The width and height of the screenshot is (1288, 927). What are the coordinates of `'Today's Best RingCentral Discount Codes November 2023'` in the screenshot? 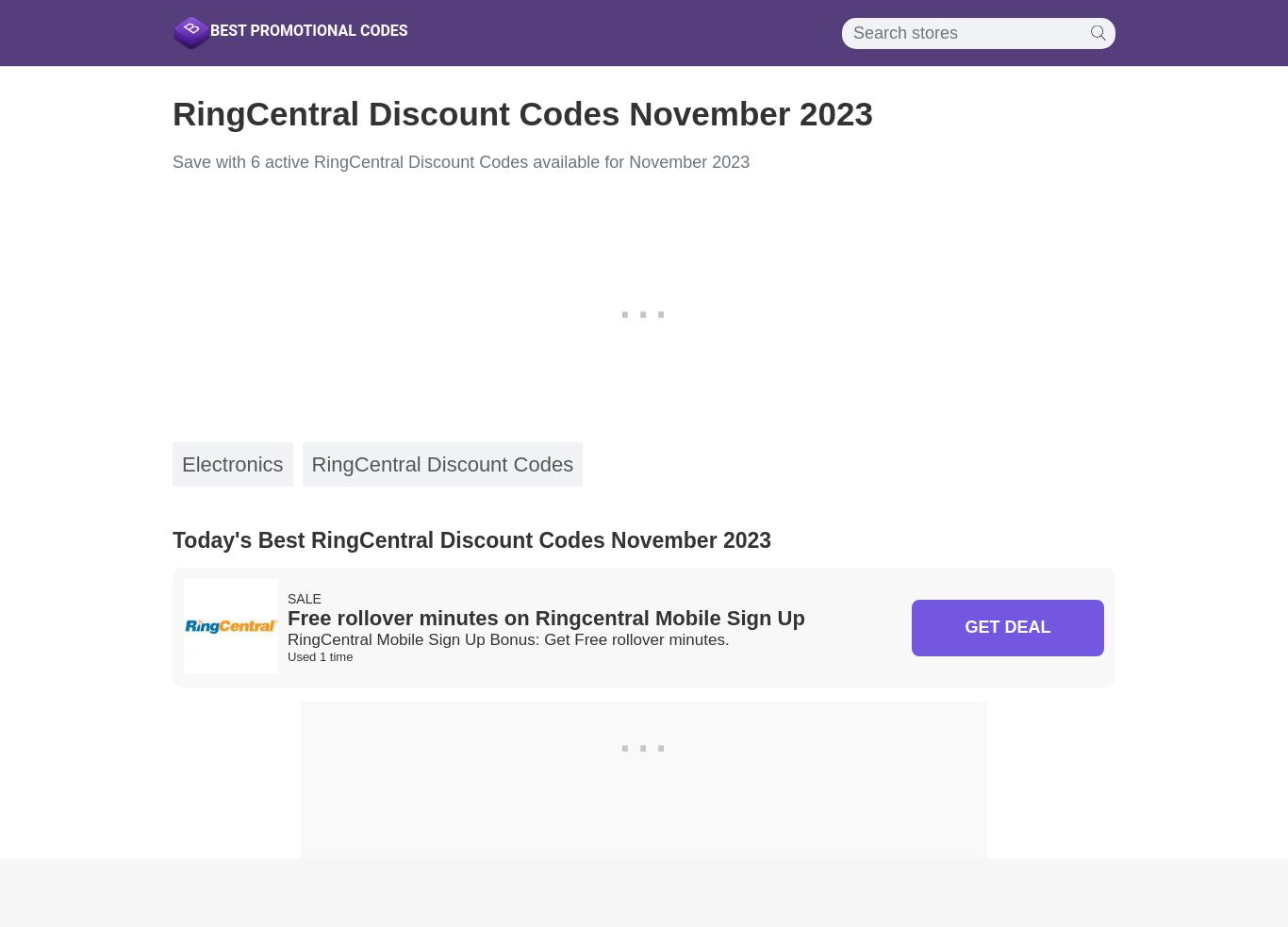 It's located at (471, 539).